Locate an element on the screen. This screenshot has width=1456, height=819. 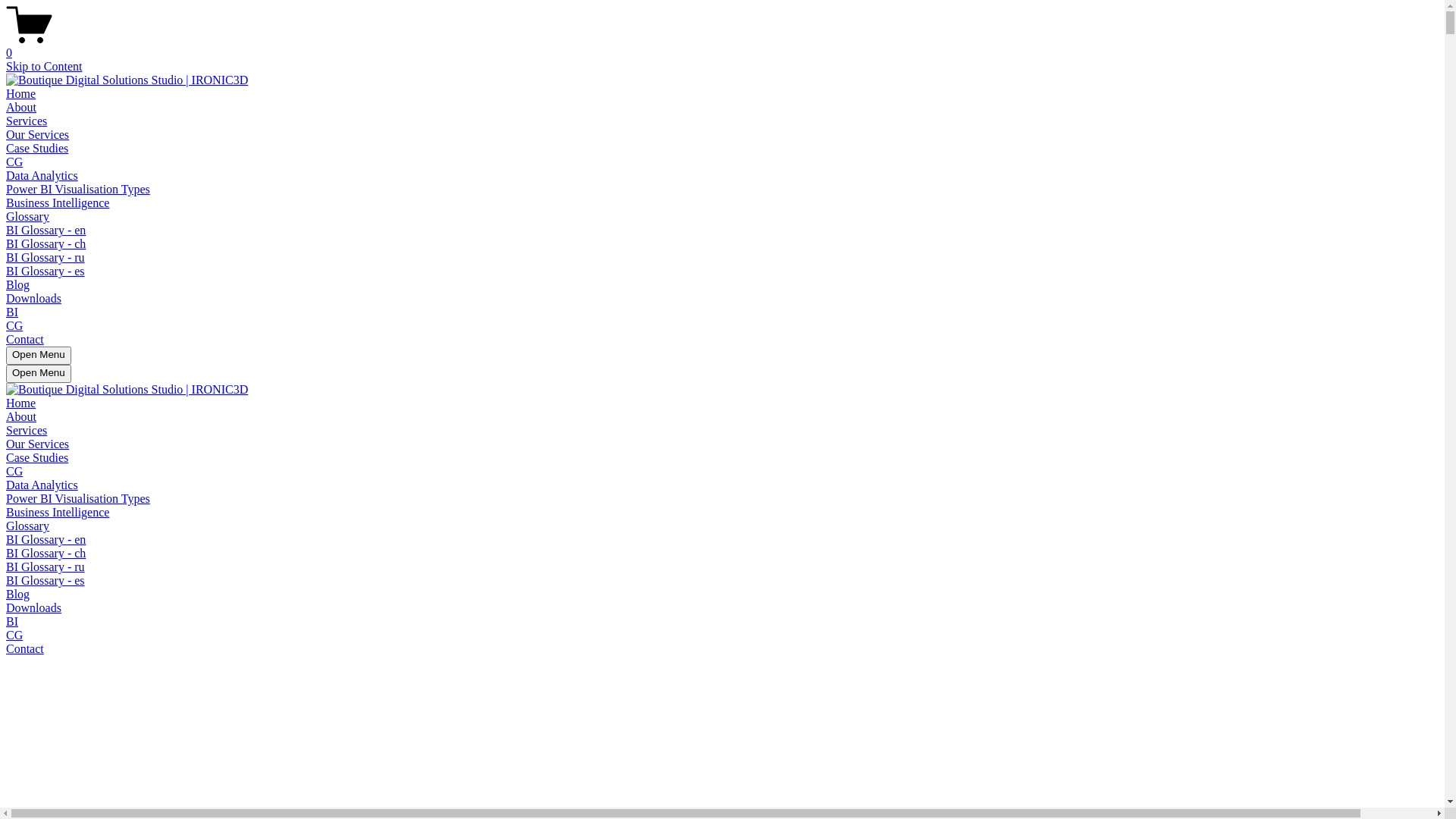
'About' is located at coordinates (21, 416).